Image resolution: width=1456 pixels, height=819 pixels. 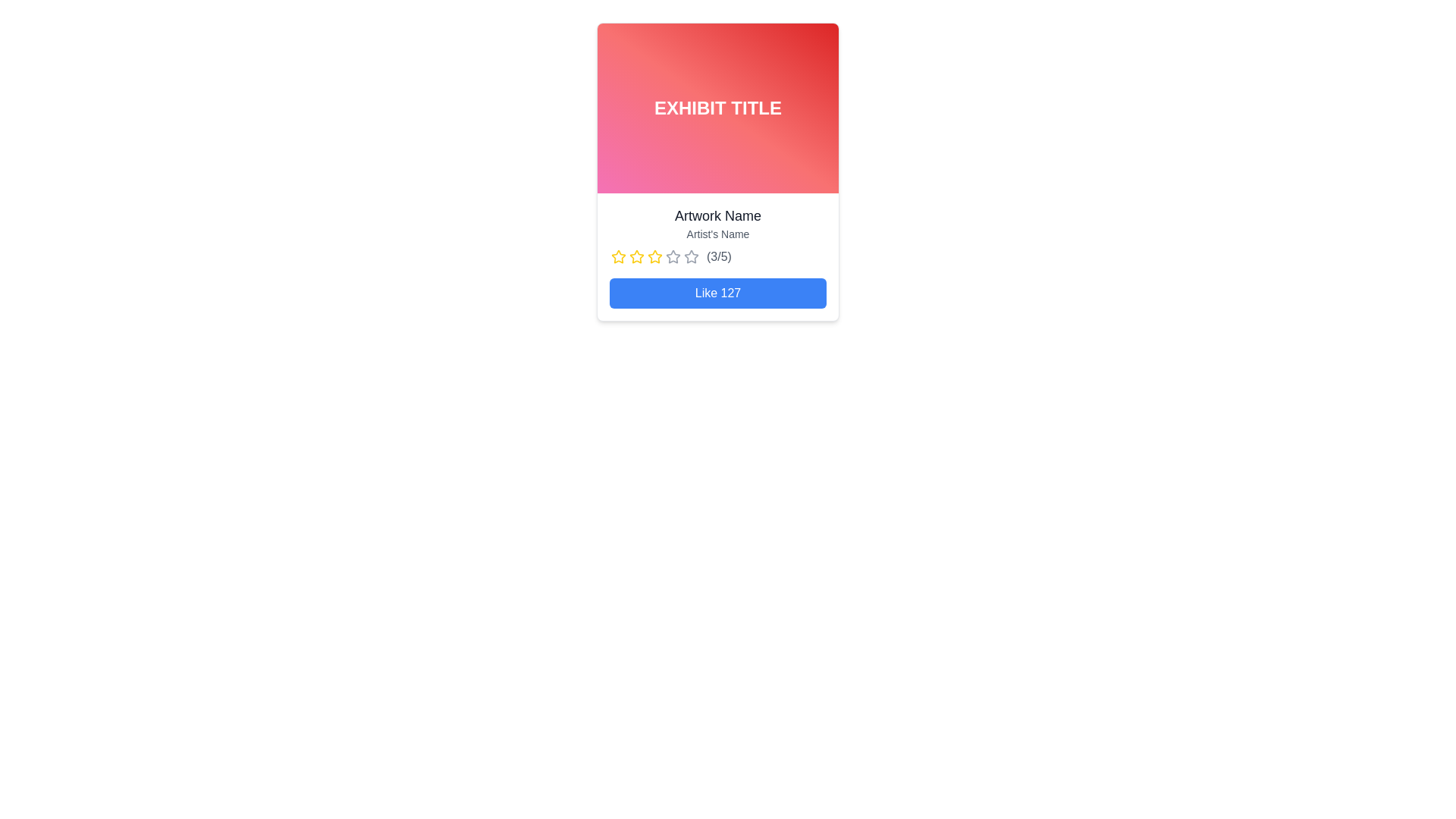 What do you see at coordinates (691, 256) in the screenshot?
I see `the third gray star-shaped rating icon located under the section title 'Artwork Name'` at bounding box center [691, 256].